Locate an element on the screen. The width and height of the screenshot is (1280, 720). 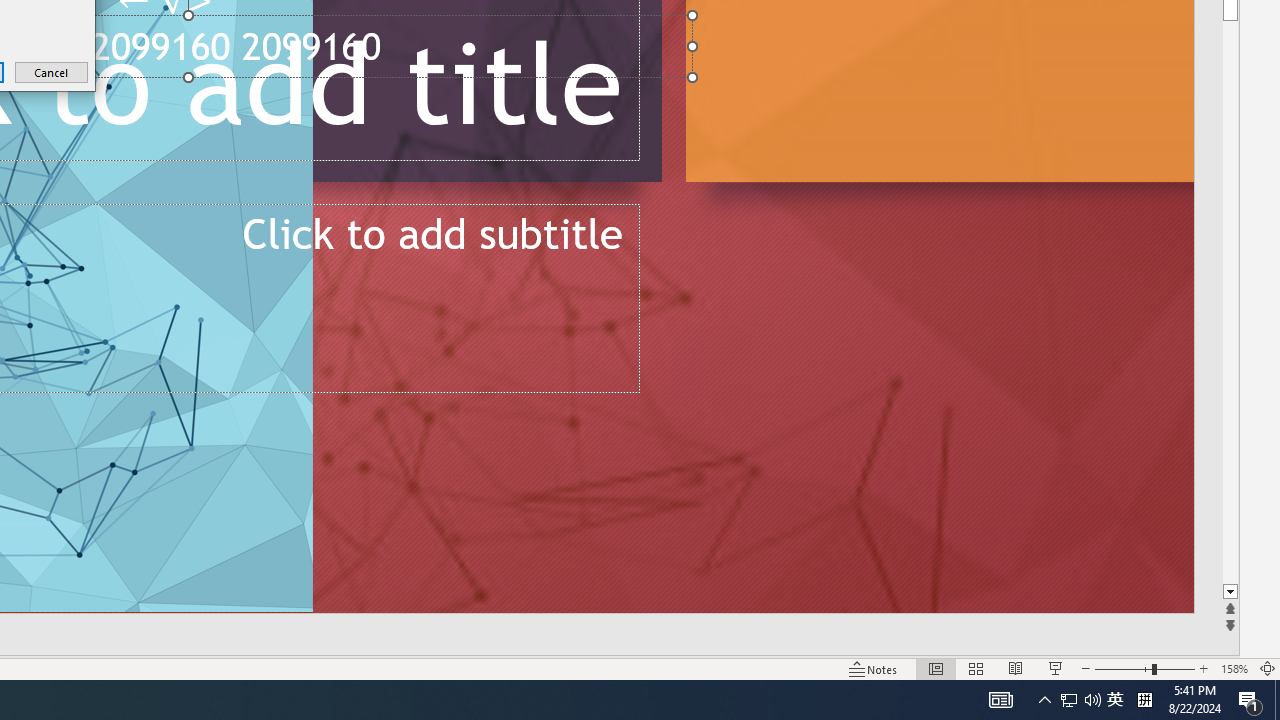
'Show desktop' is located at coordinates (1276, 698).